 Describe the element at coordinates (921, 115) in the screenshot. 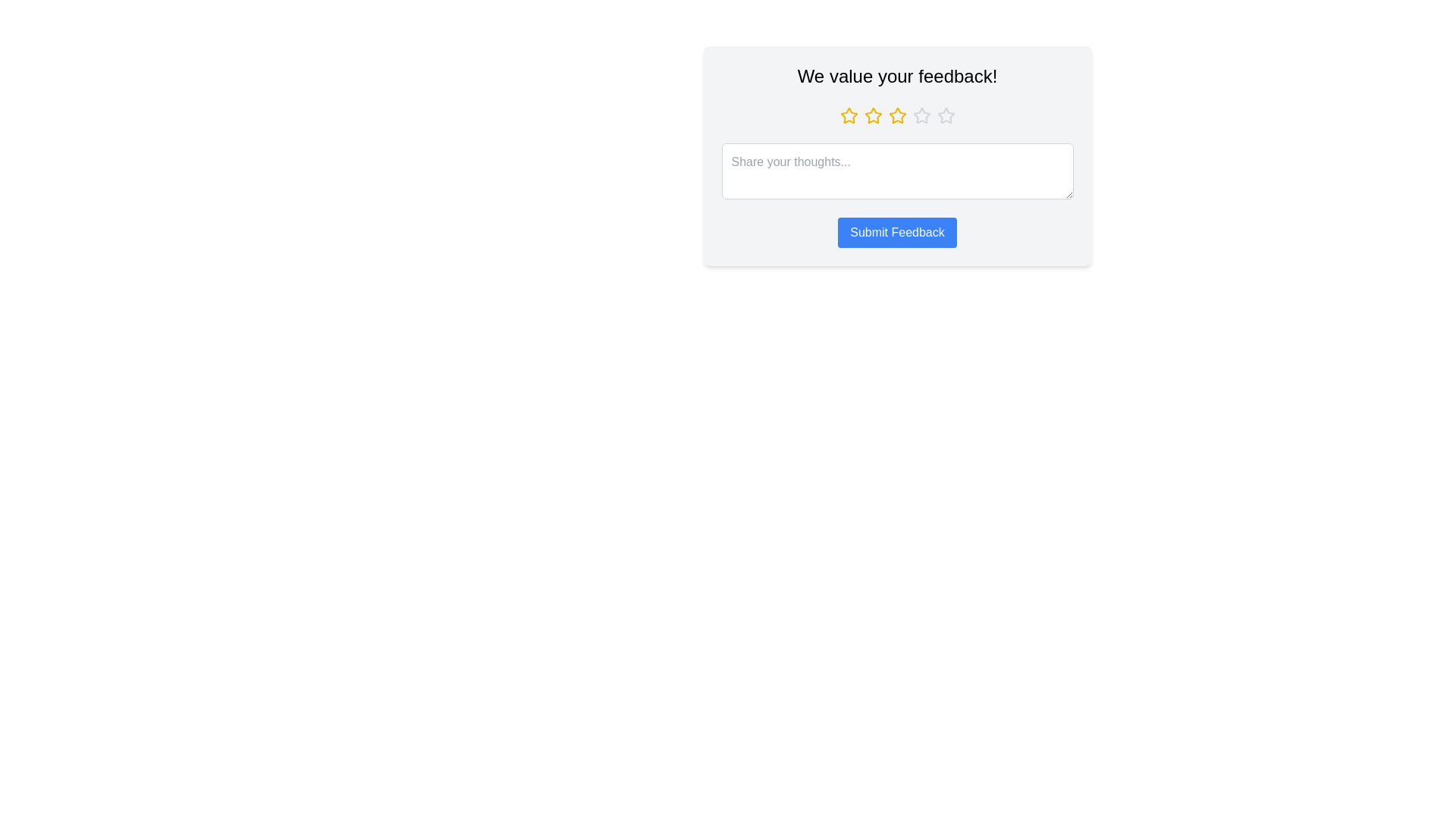

I see `the fourth star in the rating system` at that location.